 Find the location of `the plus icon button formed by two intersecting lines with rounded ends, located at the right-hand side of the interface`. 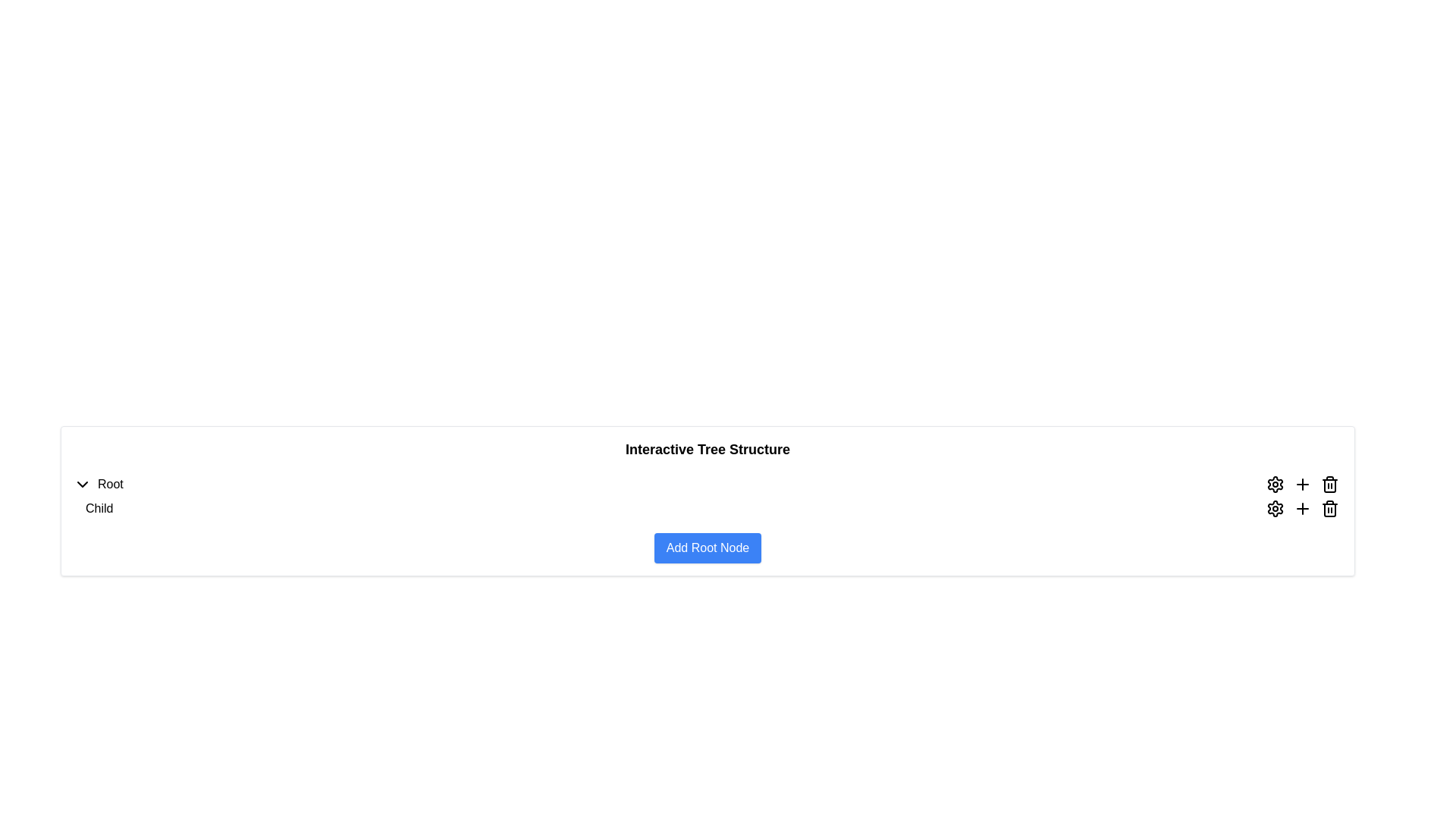

the plus icon button formed by two intersecting lines with rounded ends, located at the right-hand side of the interface is located at coordinates (1302, 485).